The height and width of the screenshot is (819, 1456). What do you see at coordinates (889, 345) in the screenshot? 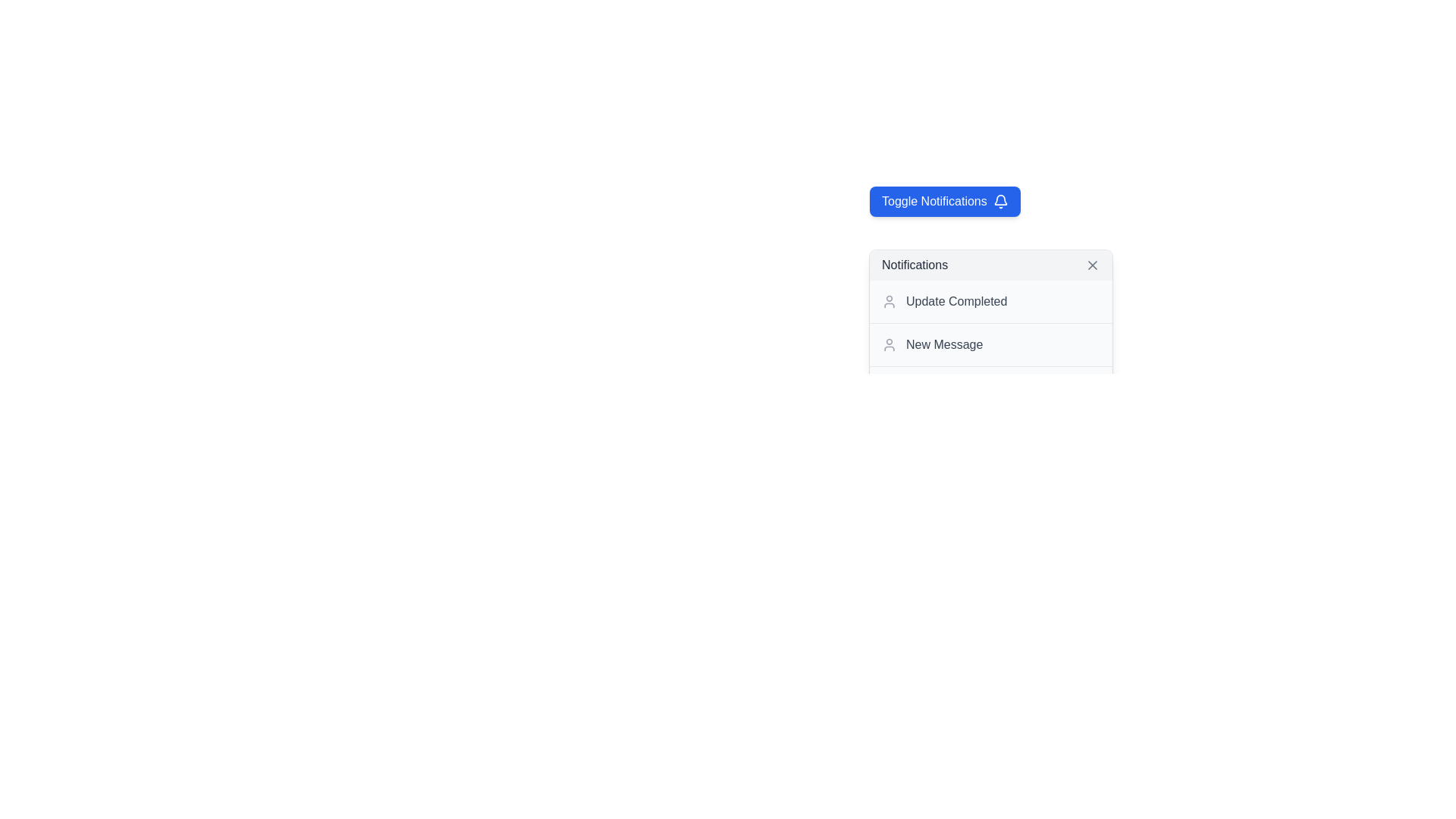
I see `the user silhouette icon in the 'New Message' notification card, which is the second card in the notification list, located to the left of the text 'New Message'` at bounding box center [889, 345].